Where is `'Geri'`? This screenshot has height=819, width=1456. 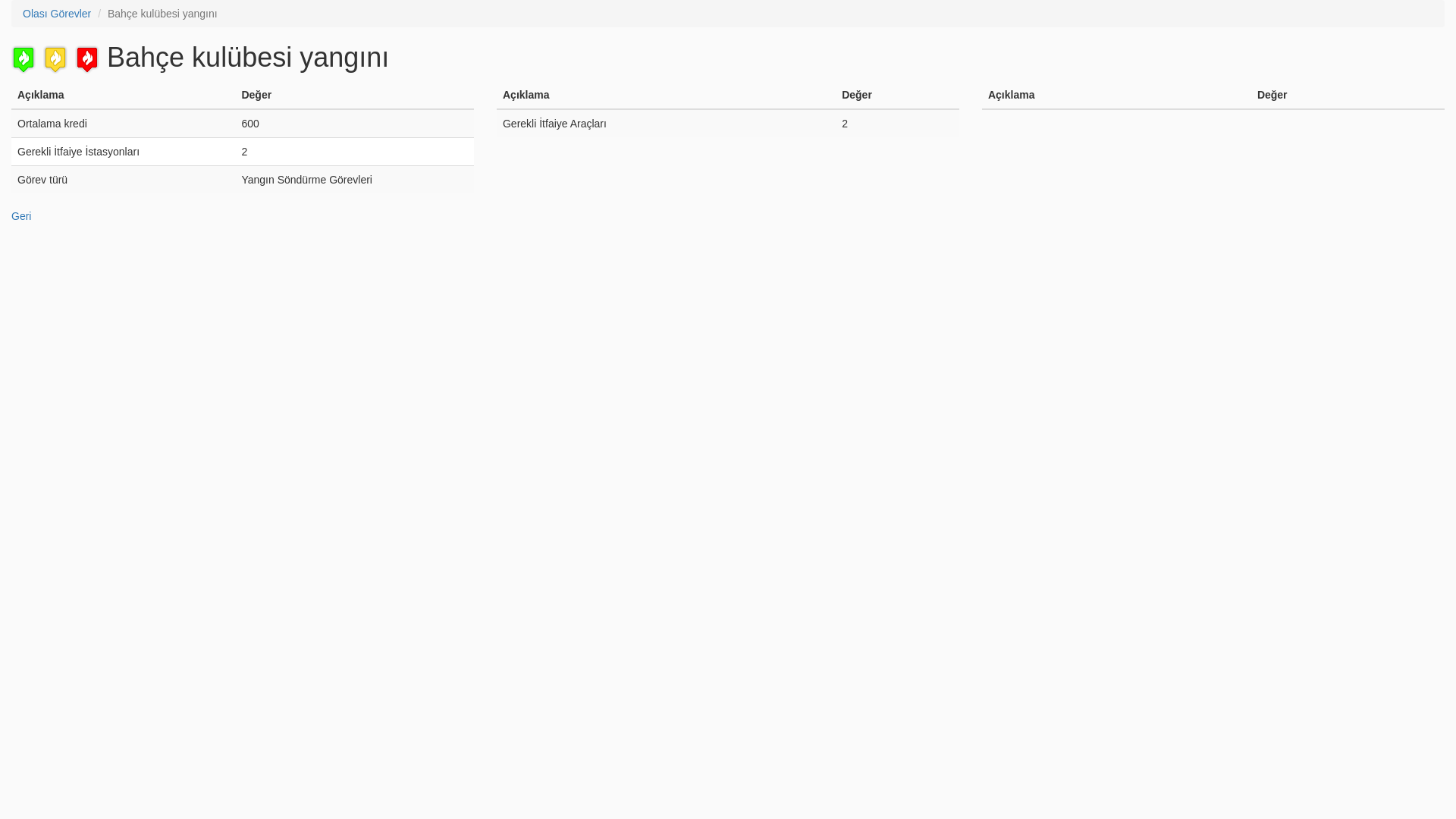 'Geri' is located at coordinates (21, 216).